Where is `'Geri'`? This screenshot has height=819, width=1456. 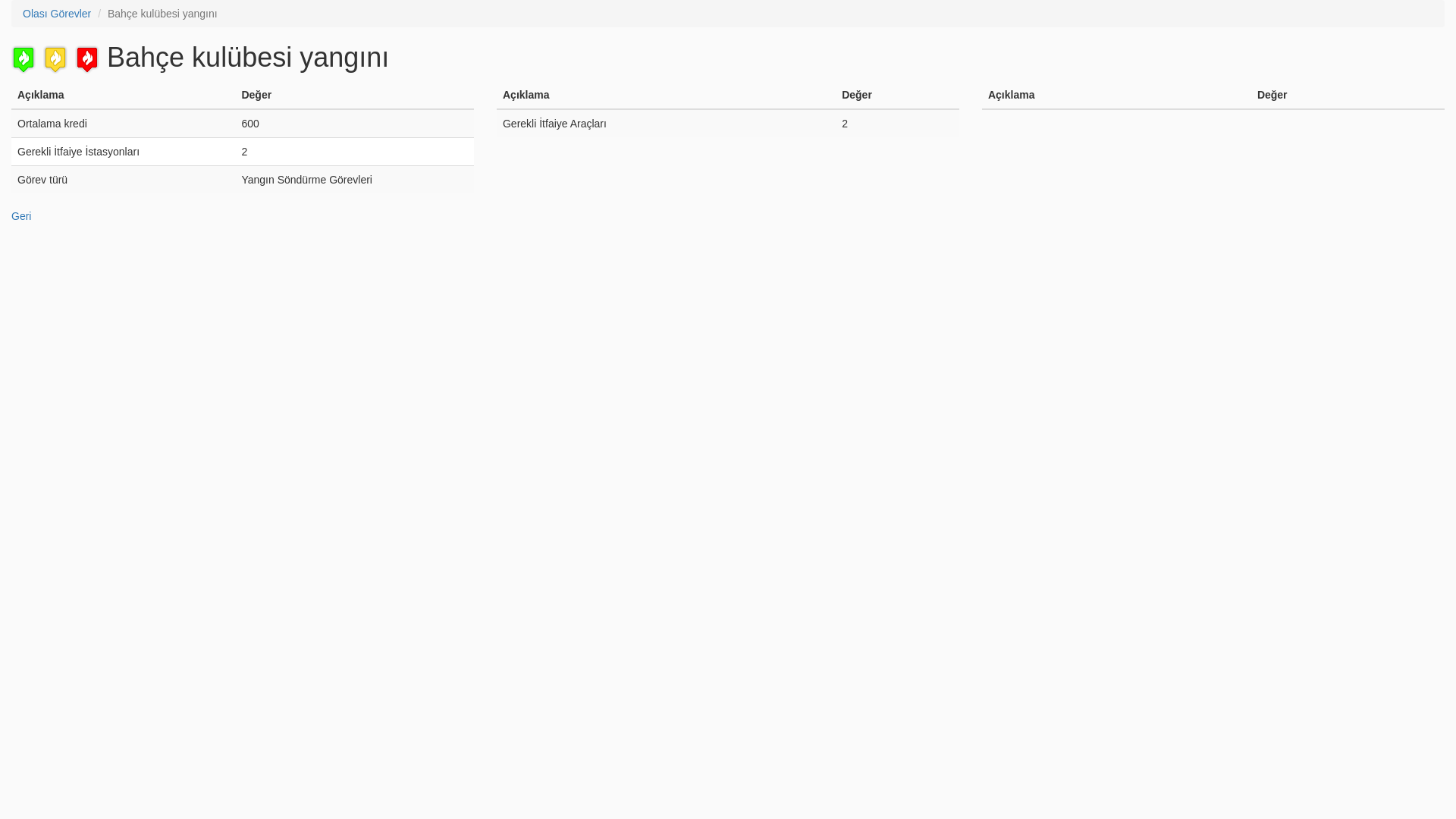 'Geri' is located at coordinates (21, 216).